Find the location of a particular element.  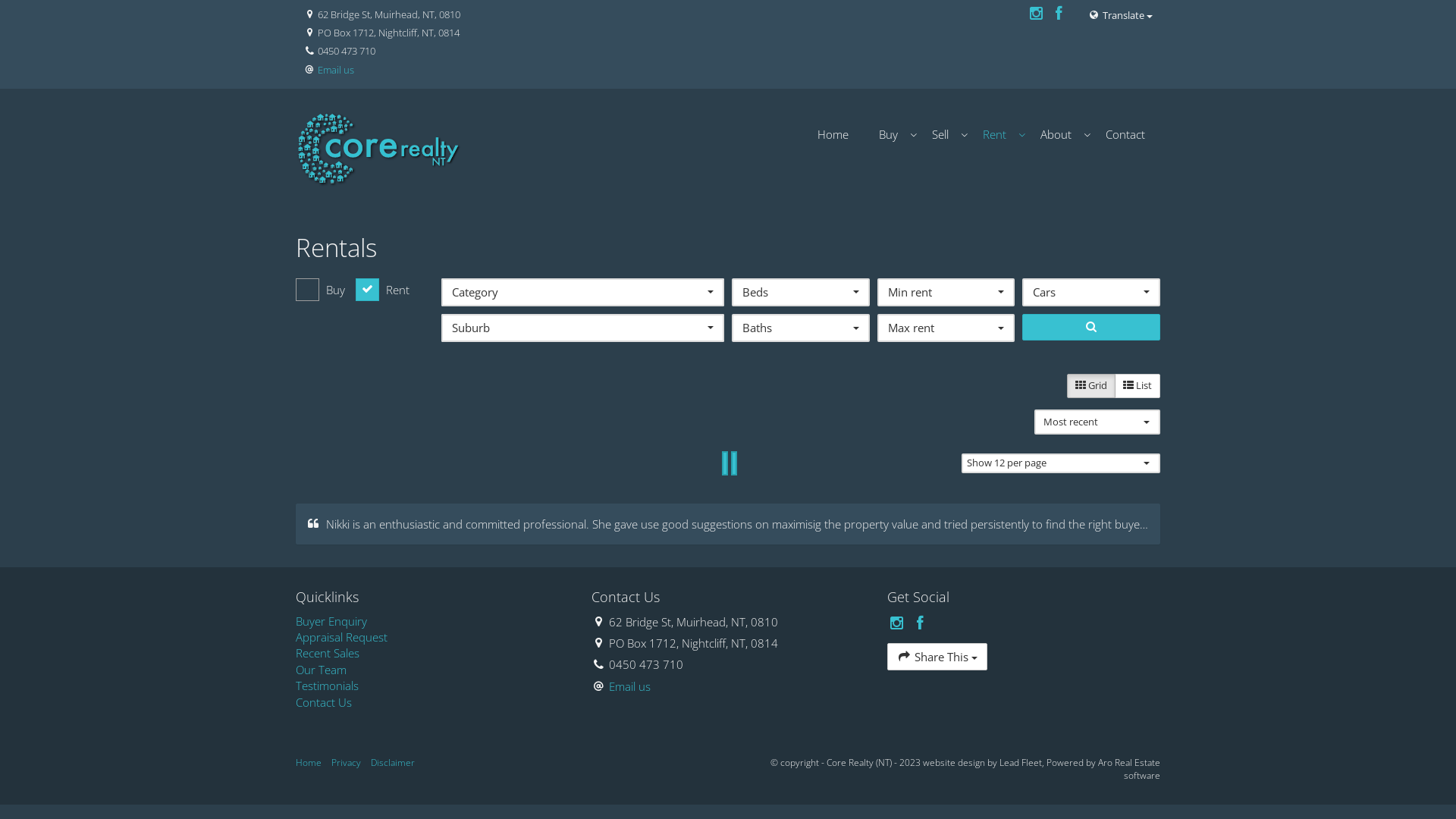

'Min rent is located at coordinates (877, 292).